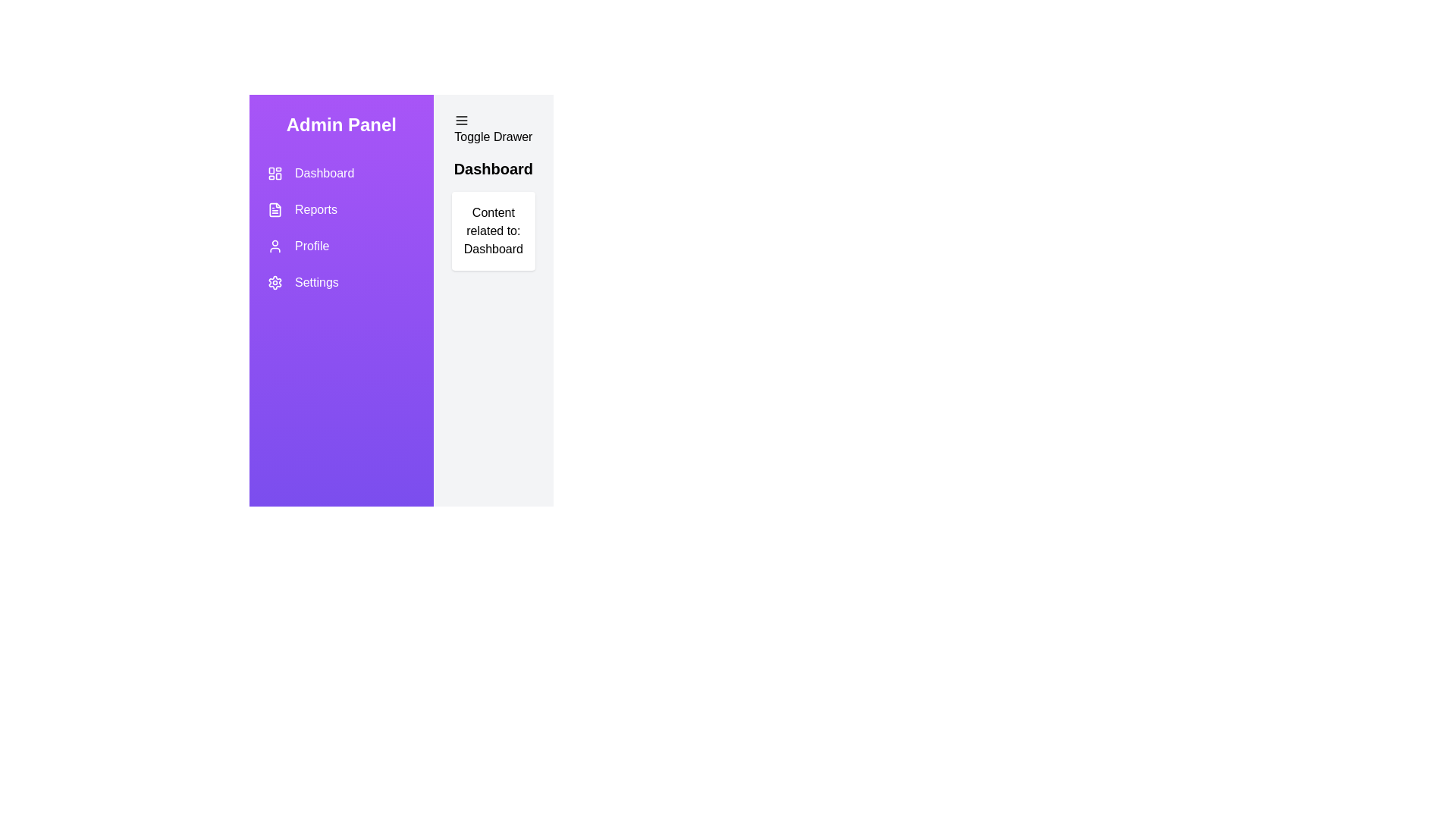  What do you see at coordinates (493, 128) in the screenshot?
I see `the 'Toggle Drawer' button to toggle the visibility of the navigation drawer` at bounding box center [493, 128].